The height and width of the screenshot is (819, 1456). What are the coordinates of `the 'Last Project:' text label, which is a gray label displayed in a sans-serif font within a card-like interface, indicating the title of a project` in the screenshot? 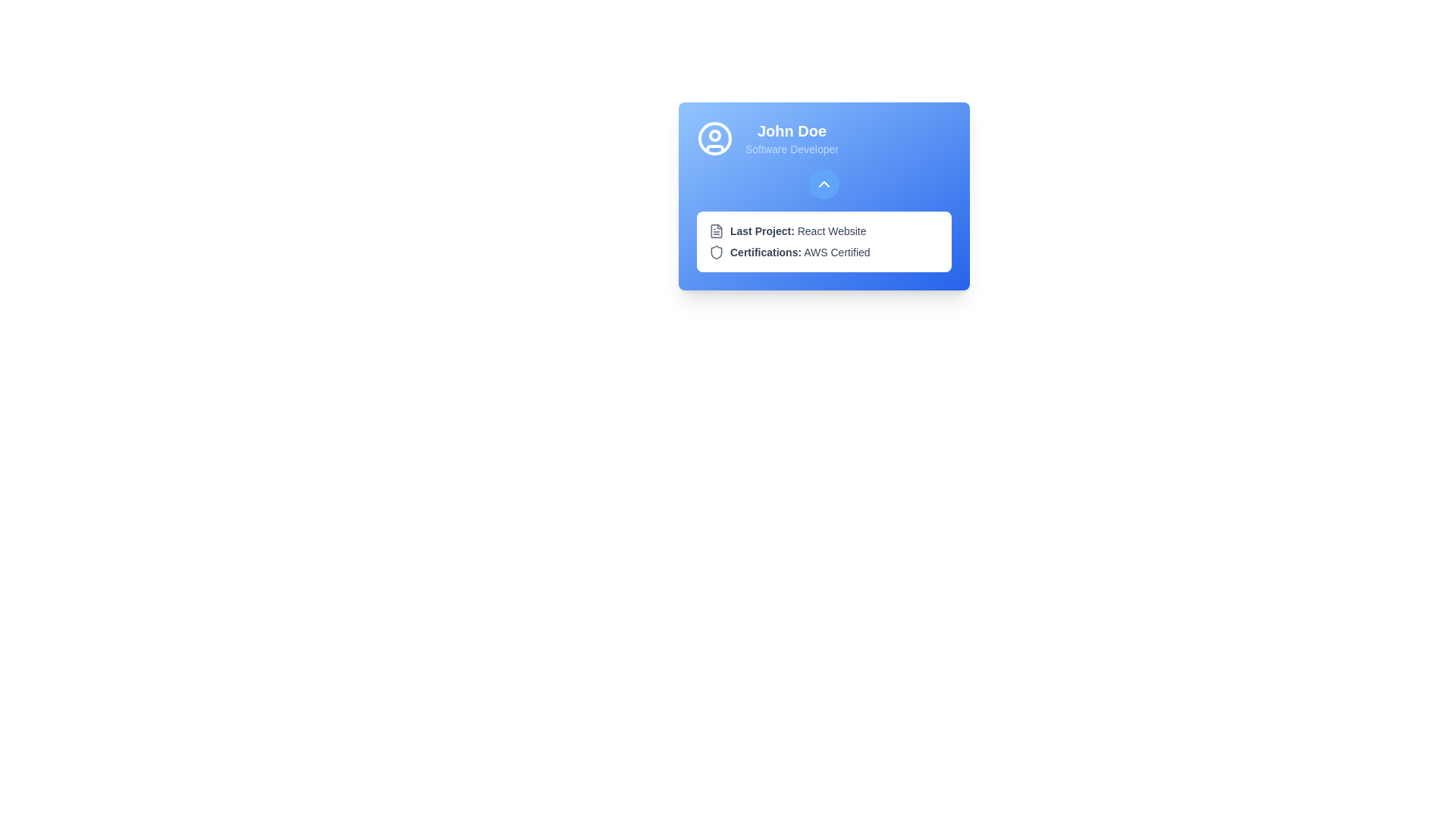 It's located at (762, 231).